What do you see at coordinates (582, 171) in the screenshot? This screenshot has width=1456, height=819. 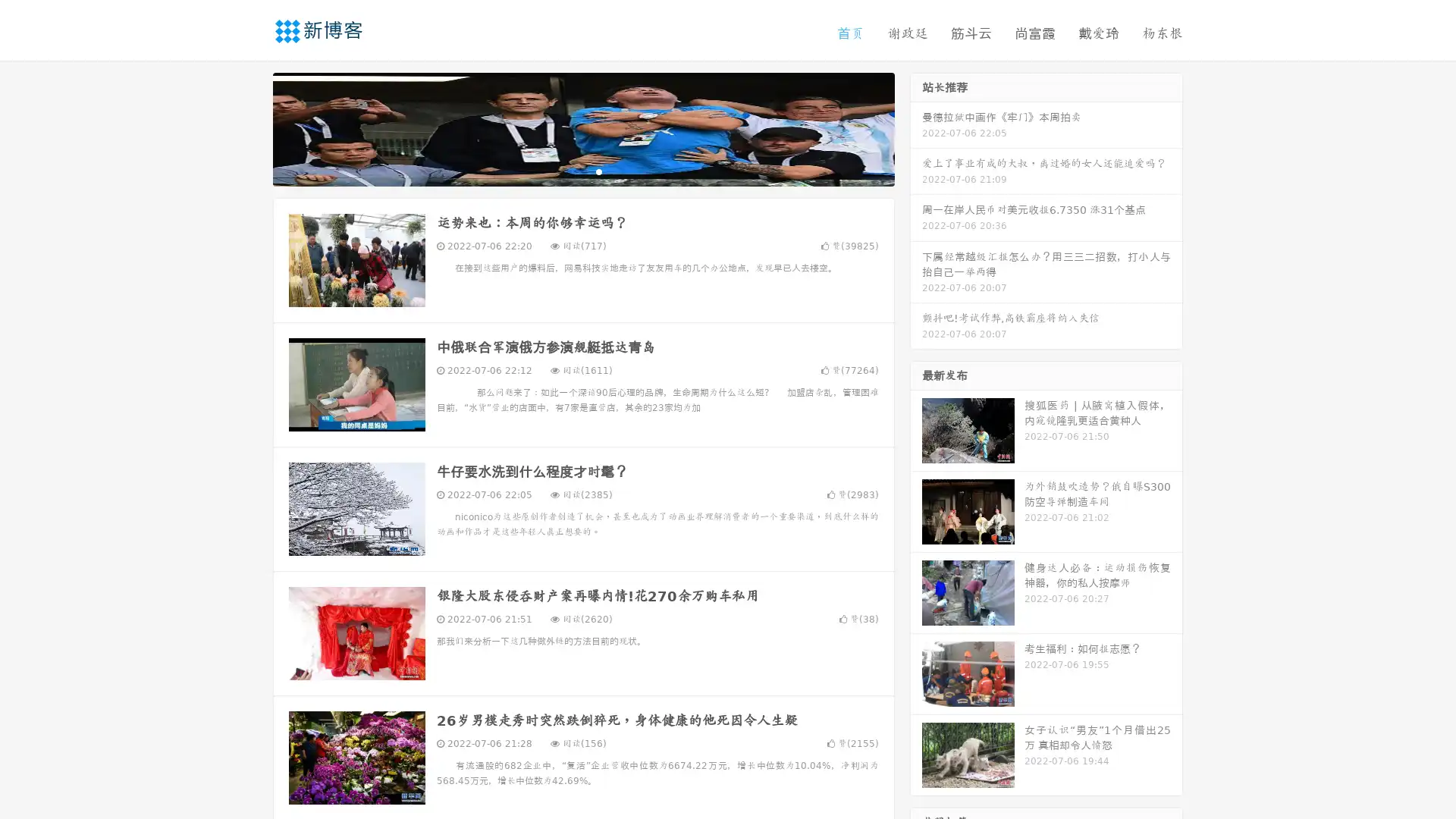 I see `Go to slide 2` at bounding box center [582, 171].